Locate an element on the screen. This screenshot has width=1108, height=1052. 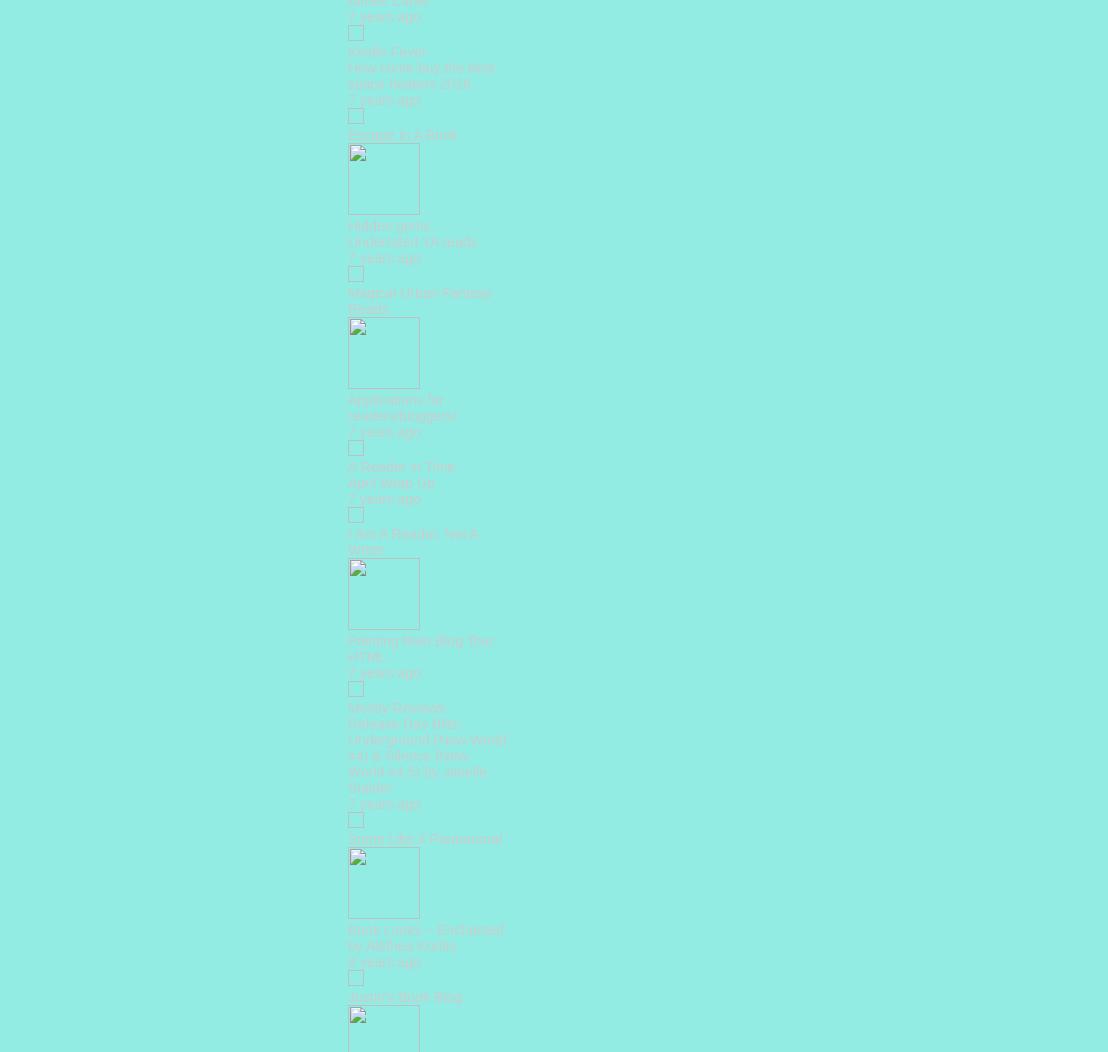
'Escape In A Book' is located at coordinates (402, 133).